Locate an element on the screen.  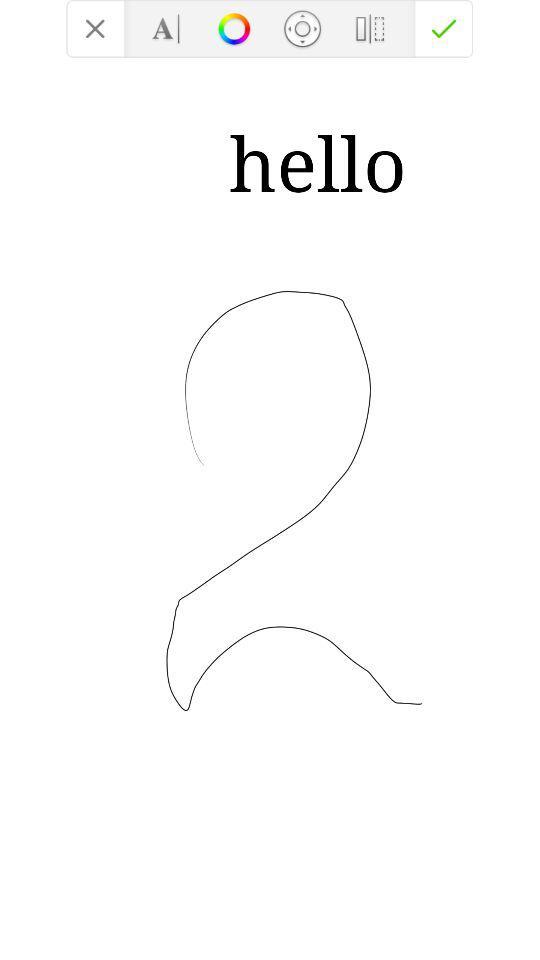
move image is located at coordinates (301, 27).